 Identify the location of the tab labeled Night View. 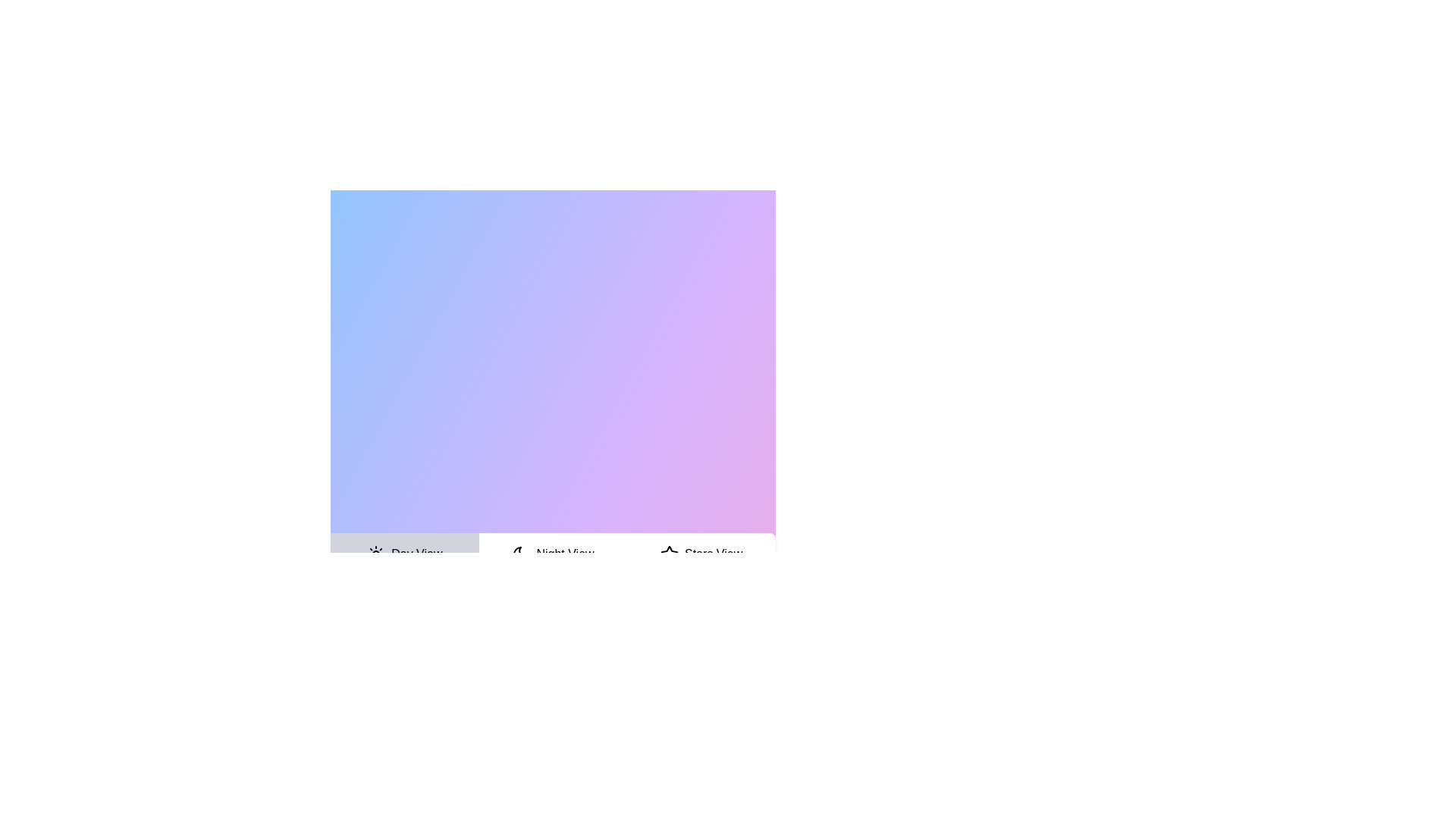
(552, 554).